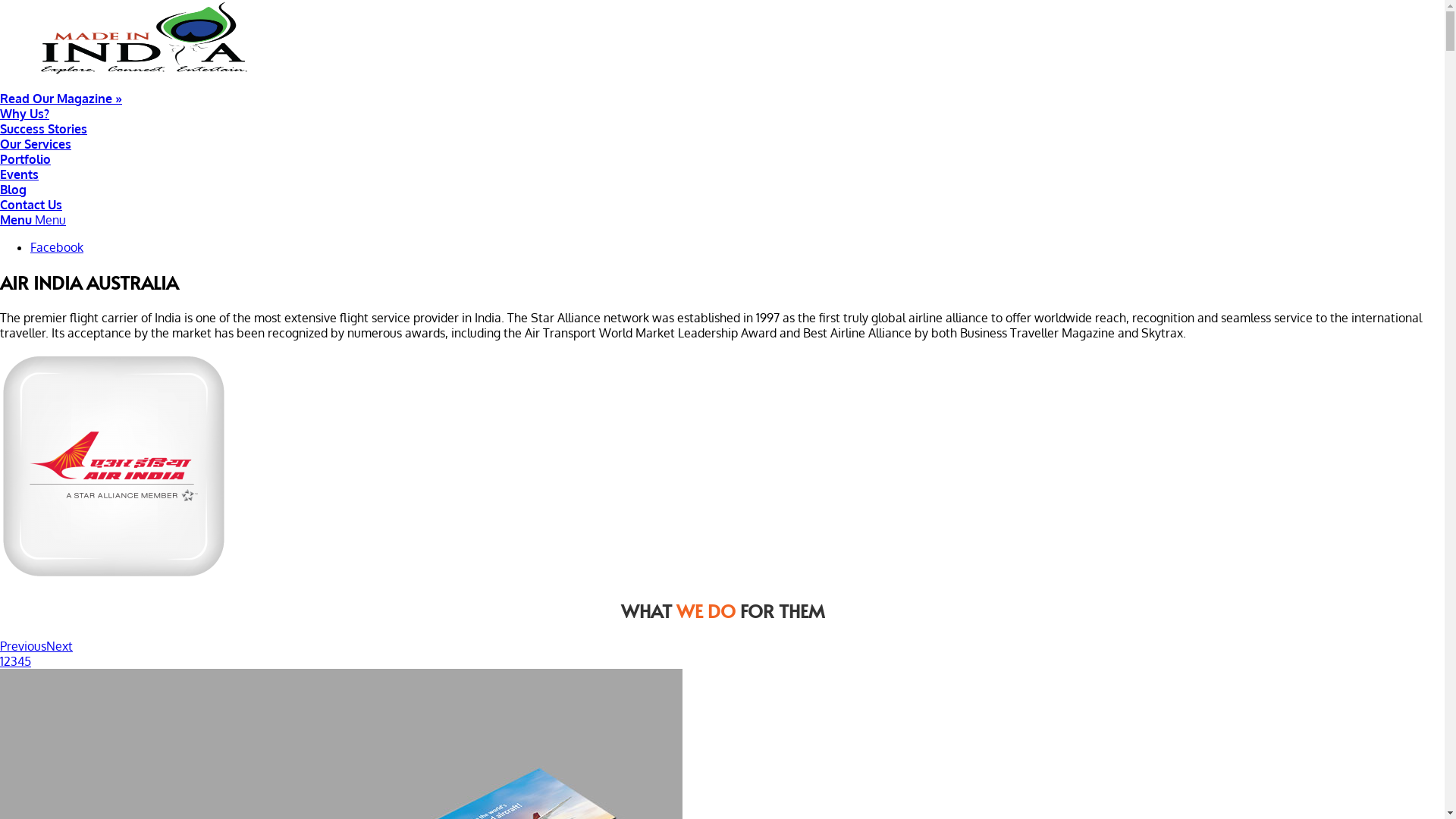 Image resolution: width=1456 pixels, height=819 pixels. I want to click on '2', so click(7, 660).